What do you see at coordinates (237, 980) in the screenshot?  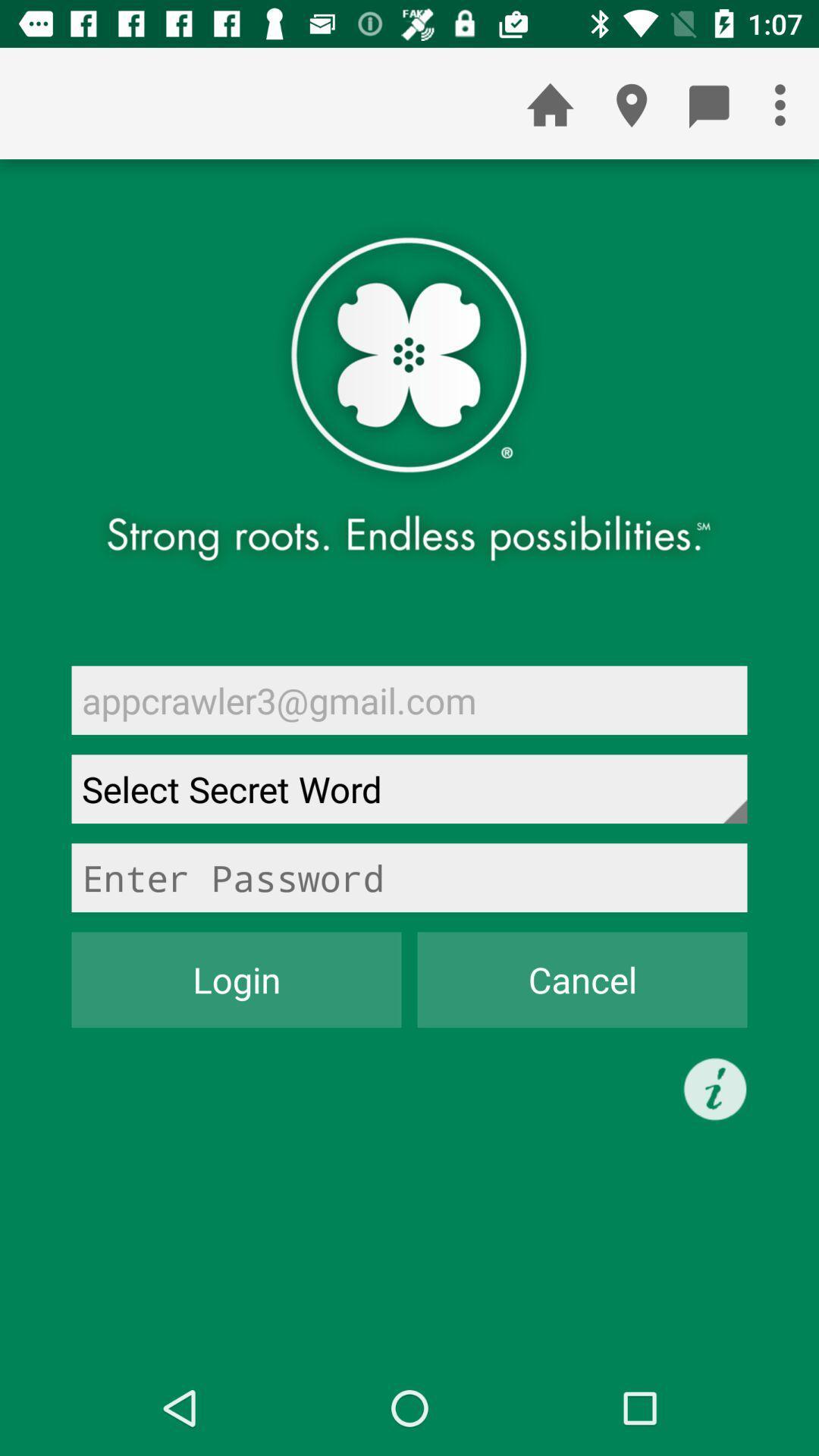 I see `the icon at the bottom left corner` at bounding box center [237, 980].